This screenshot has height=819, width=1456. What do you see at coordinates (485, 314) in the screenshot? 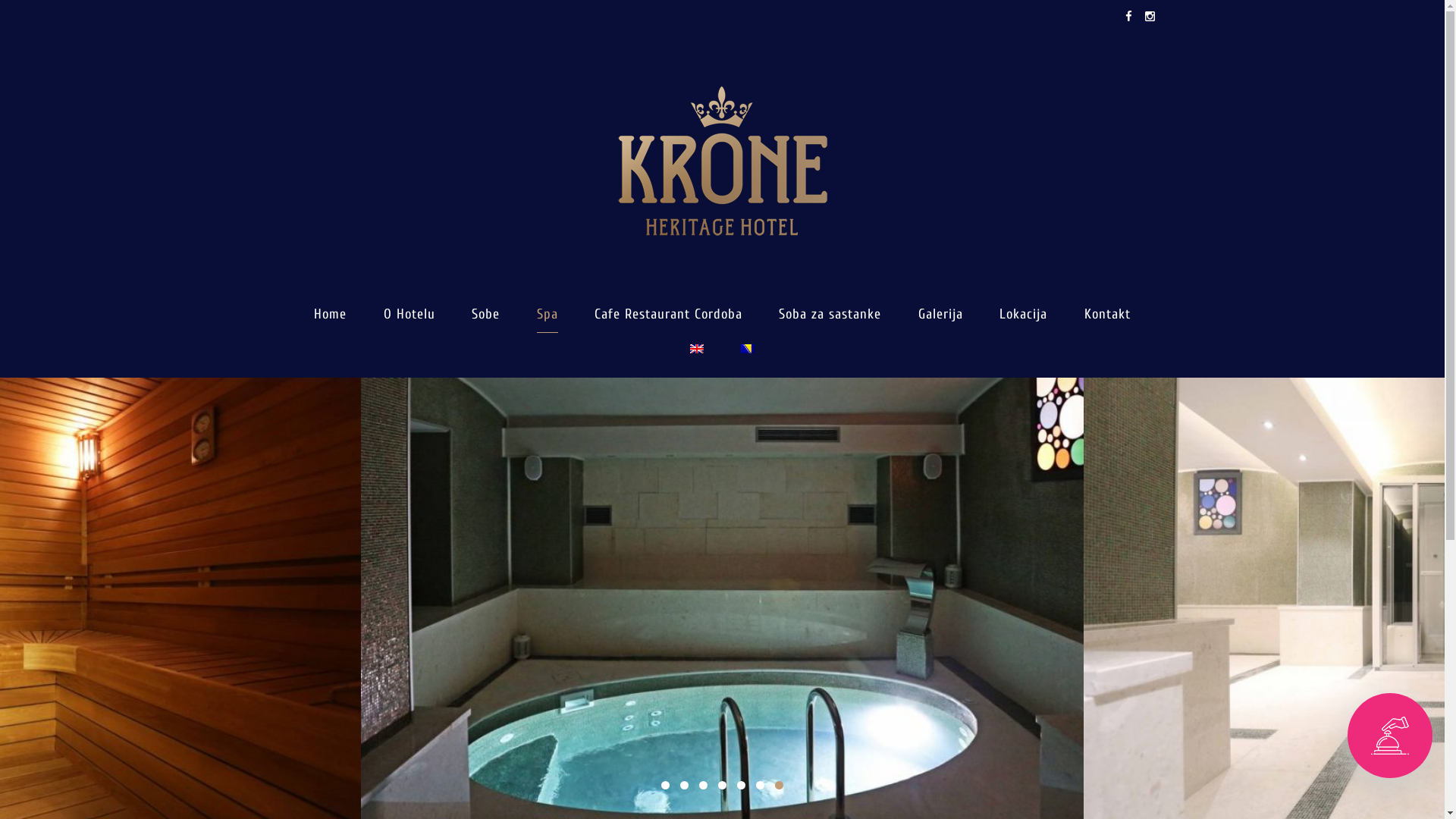
I see `'Sobe'` at bounding box center [485, 314].